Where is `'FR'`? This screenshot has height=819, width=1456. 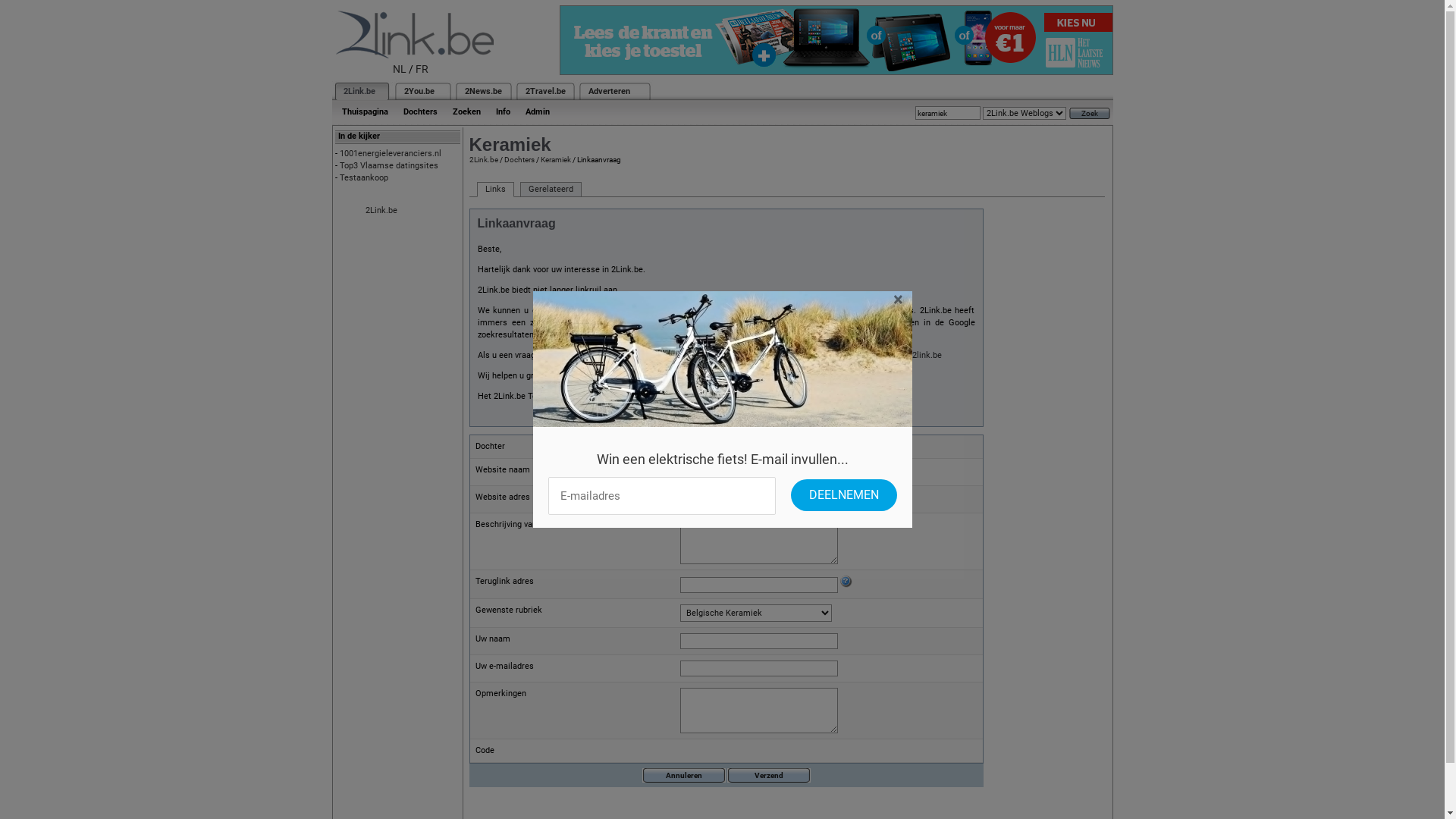
'FR' is located at coordinates (422, 69).